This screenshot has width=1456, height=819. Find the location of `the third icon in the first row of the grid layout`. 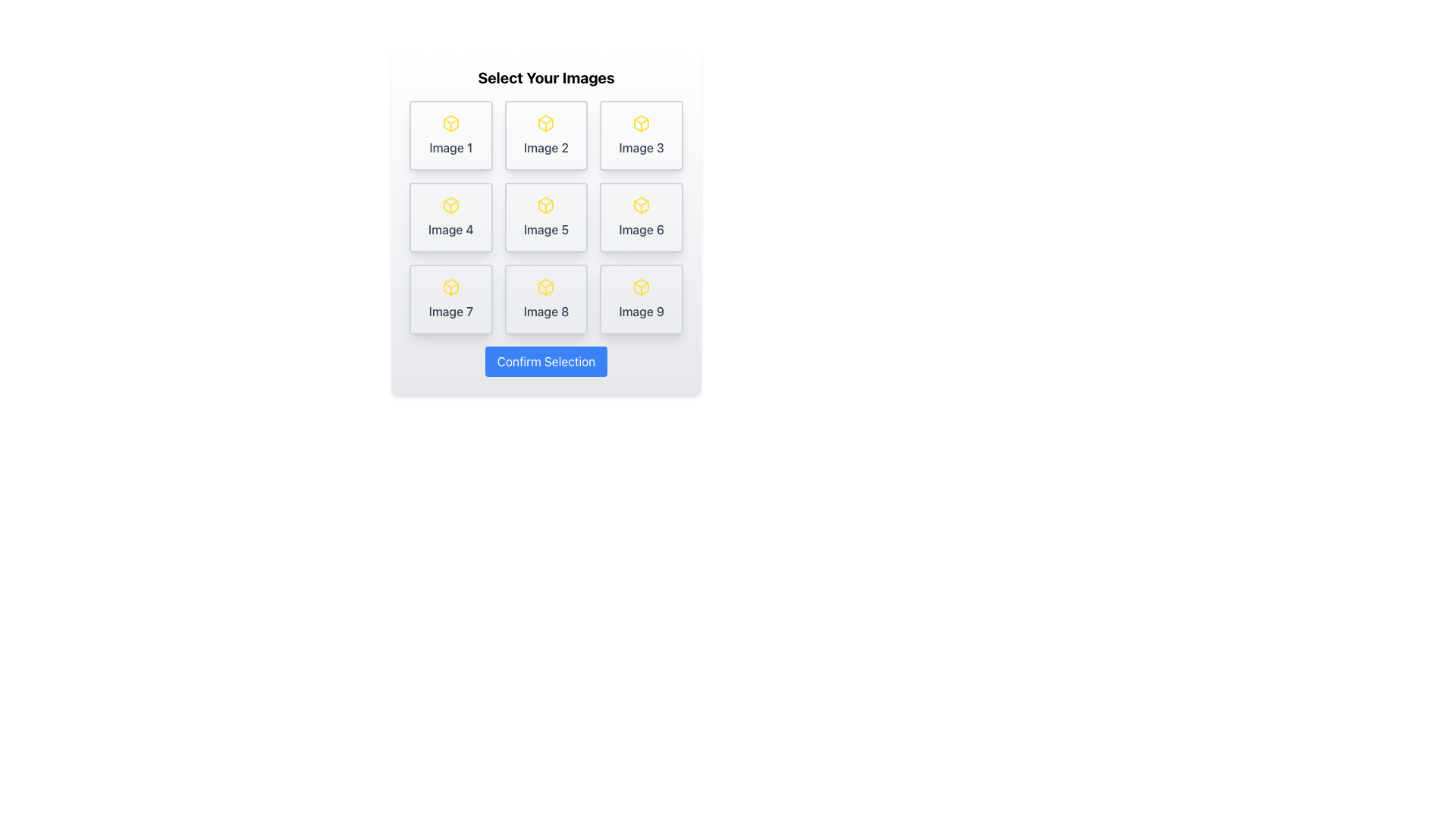

the third icon in the first row of the grid layout is located at coordinates (641, 122).